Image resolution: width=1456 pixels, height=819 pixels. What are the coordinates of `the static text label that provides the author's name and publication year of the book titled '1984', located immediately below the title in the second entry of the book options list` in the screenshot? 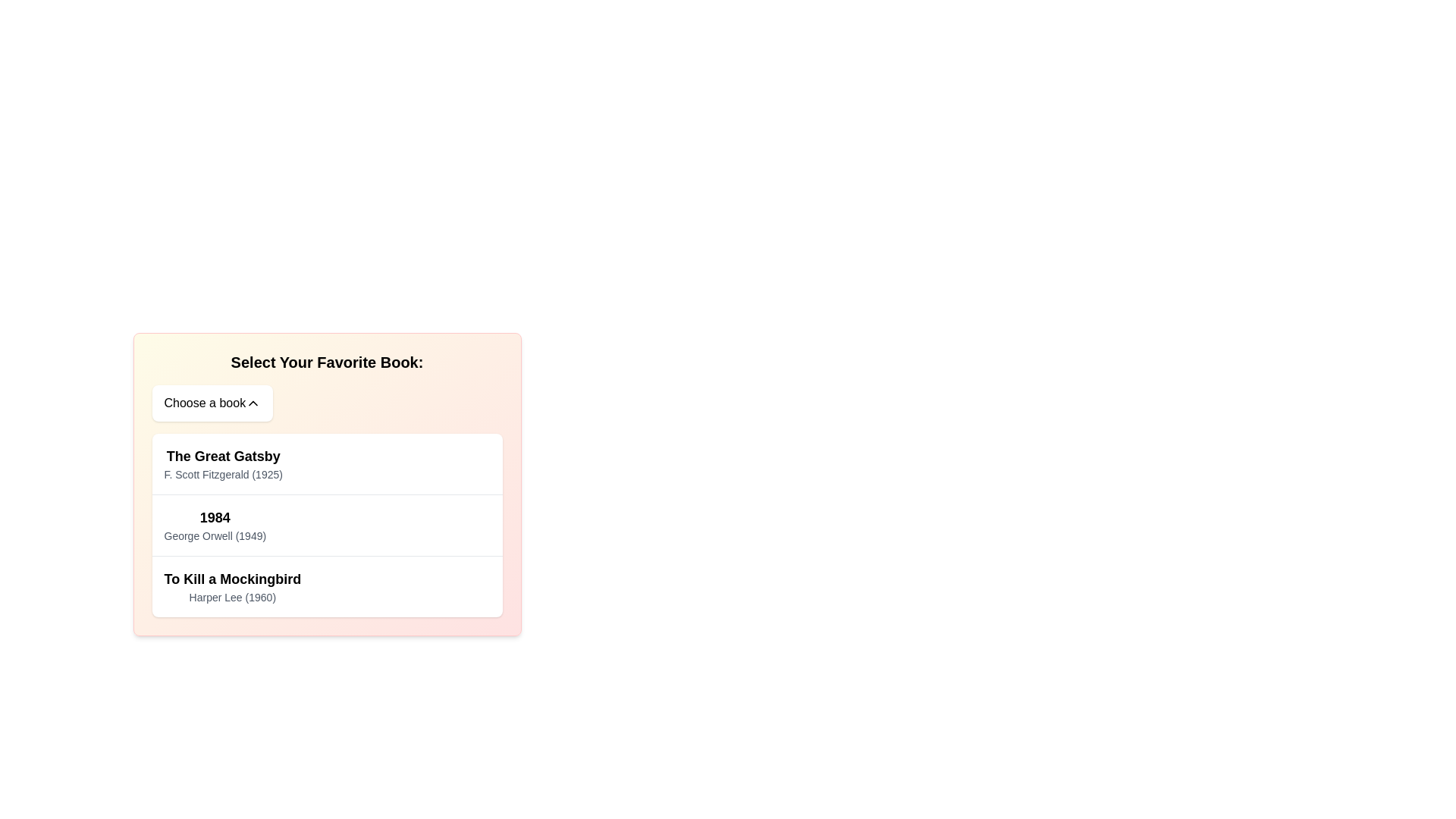 It's located at (214, 535).